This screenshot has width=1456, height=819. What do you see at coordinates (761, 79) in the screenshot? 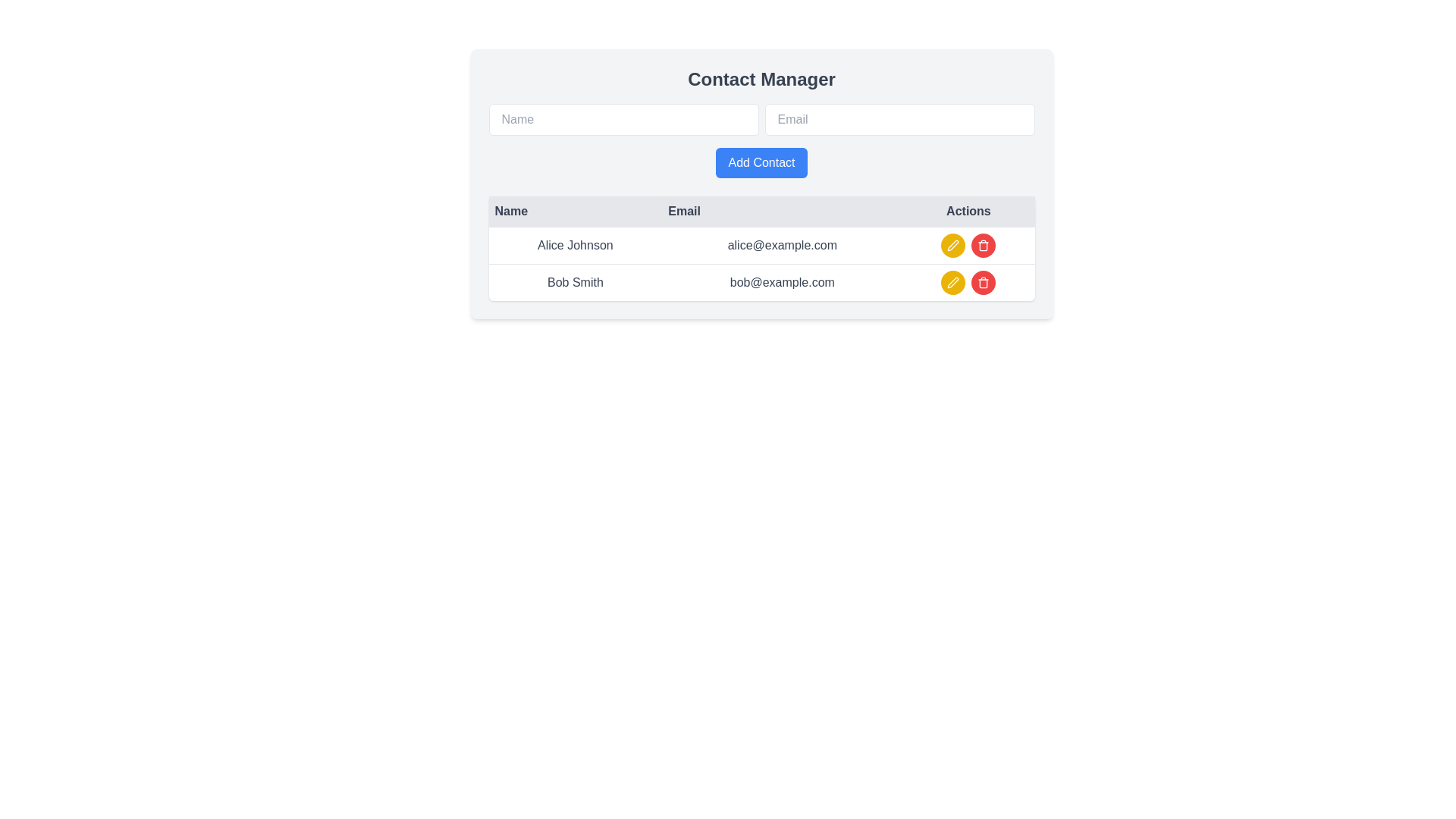
I see `the text heading element labeled 'Contact Manager', which is styled prominently at the top center of the interface` at bounding box center [761, 79].